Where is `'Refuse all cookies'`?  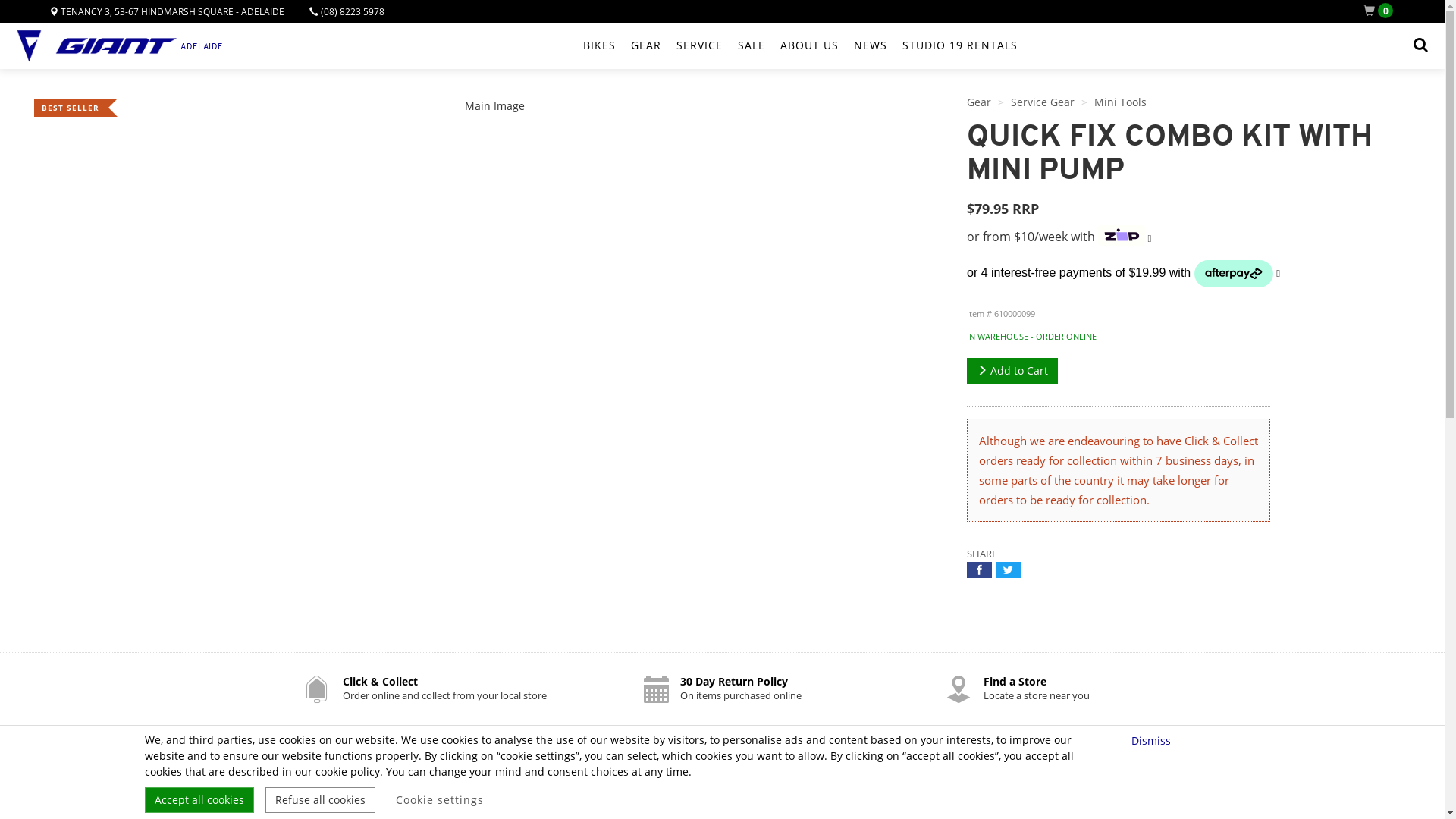
'Refuse all cookies' is located at coordinates (265, 799).